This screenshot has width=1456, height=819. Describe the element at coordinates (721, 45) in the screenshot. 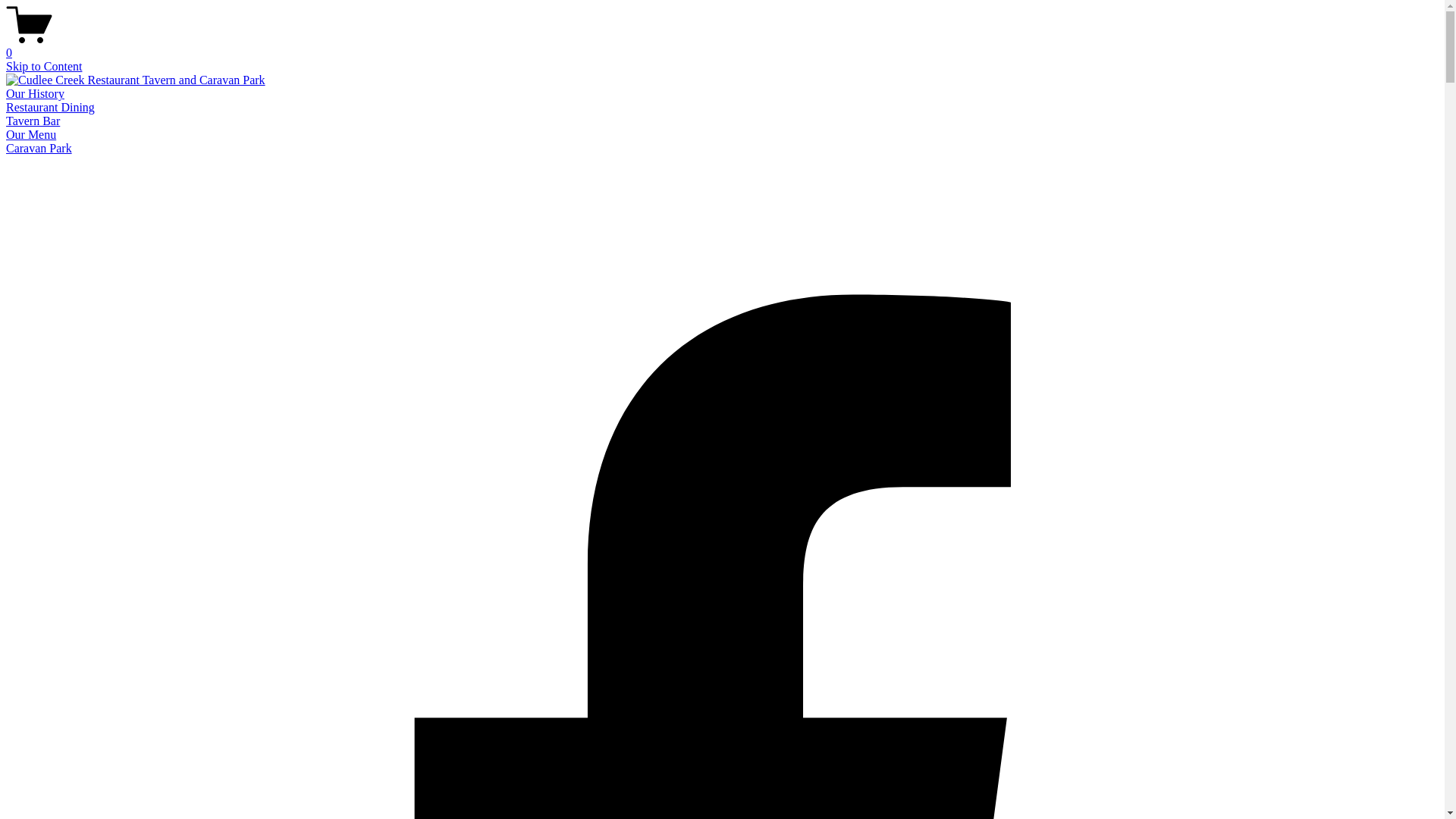

I see `'0'` at that location.